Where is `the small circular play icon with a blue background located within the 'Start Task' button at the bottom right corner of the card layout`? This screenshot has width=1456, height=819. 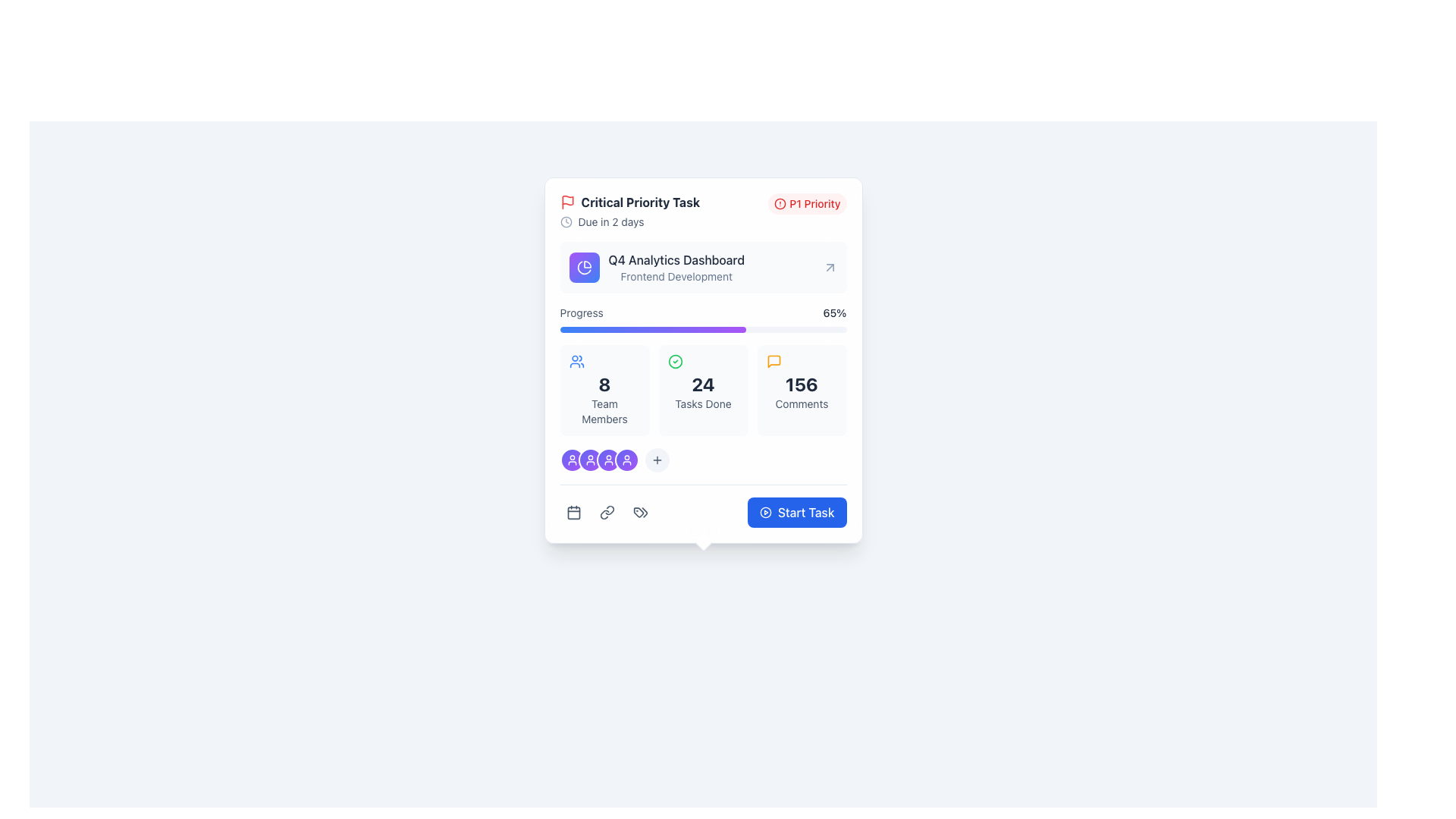
the small circular play icon with a blue background located within the 'Start Task' button at the bottom right corner of the card layout is located at coordinates (765, 512).